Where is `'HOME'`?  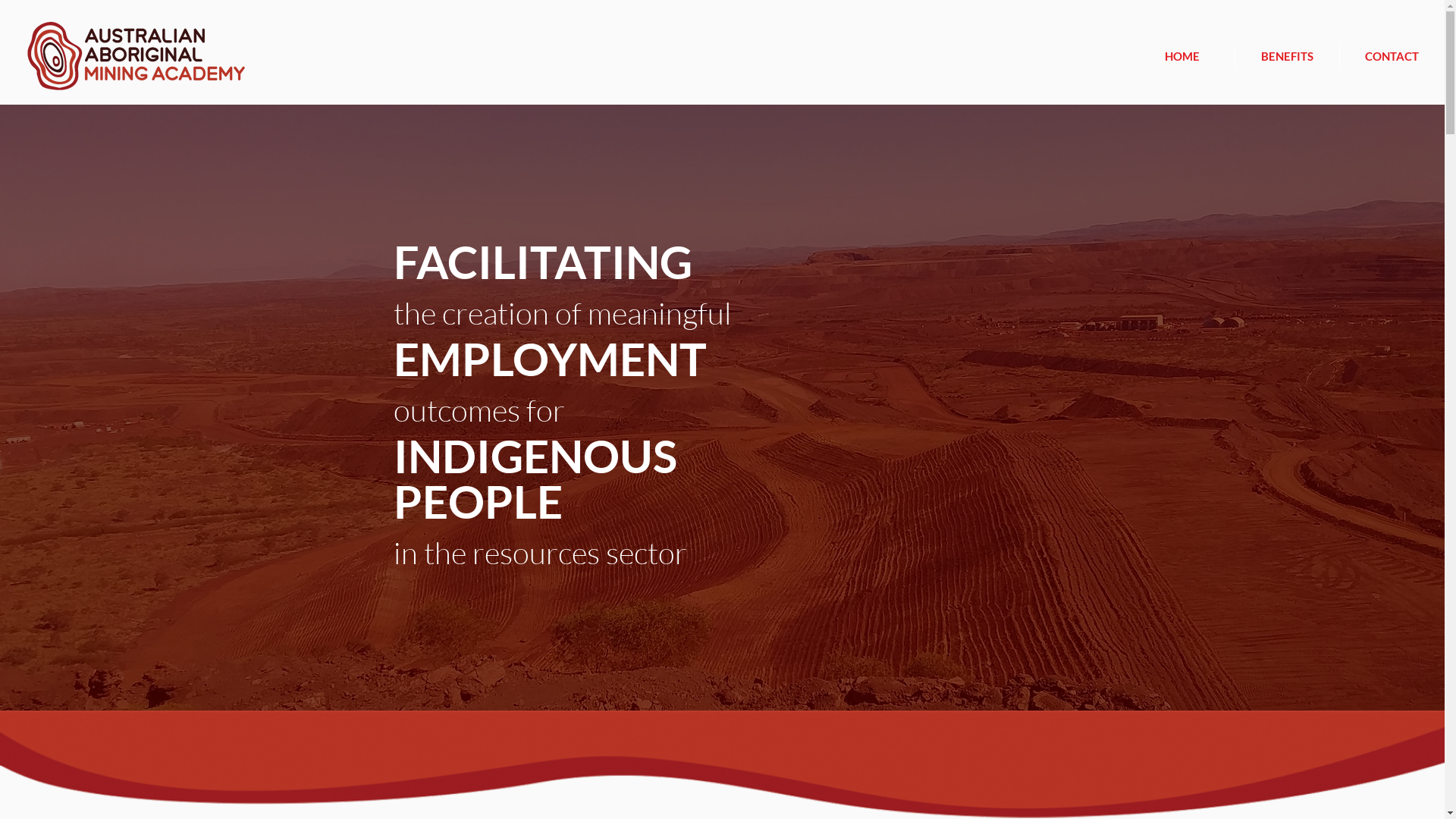 'HOME' is located at coordinates (1181, 55).